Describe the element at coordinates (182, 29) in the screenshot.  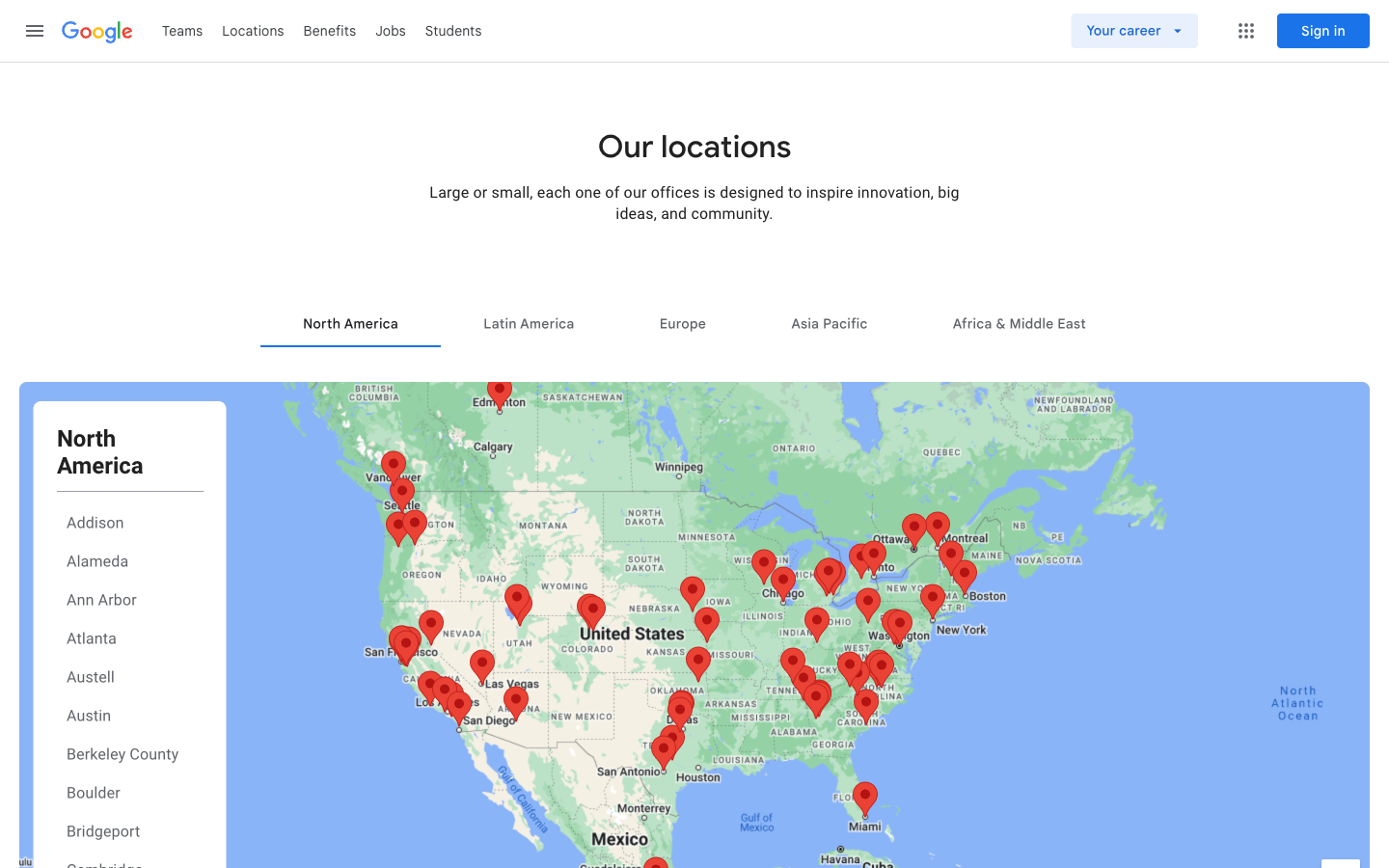
I see `Teams tab` at that location.